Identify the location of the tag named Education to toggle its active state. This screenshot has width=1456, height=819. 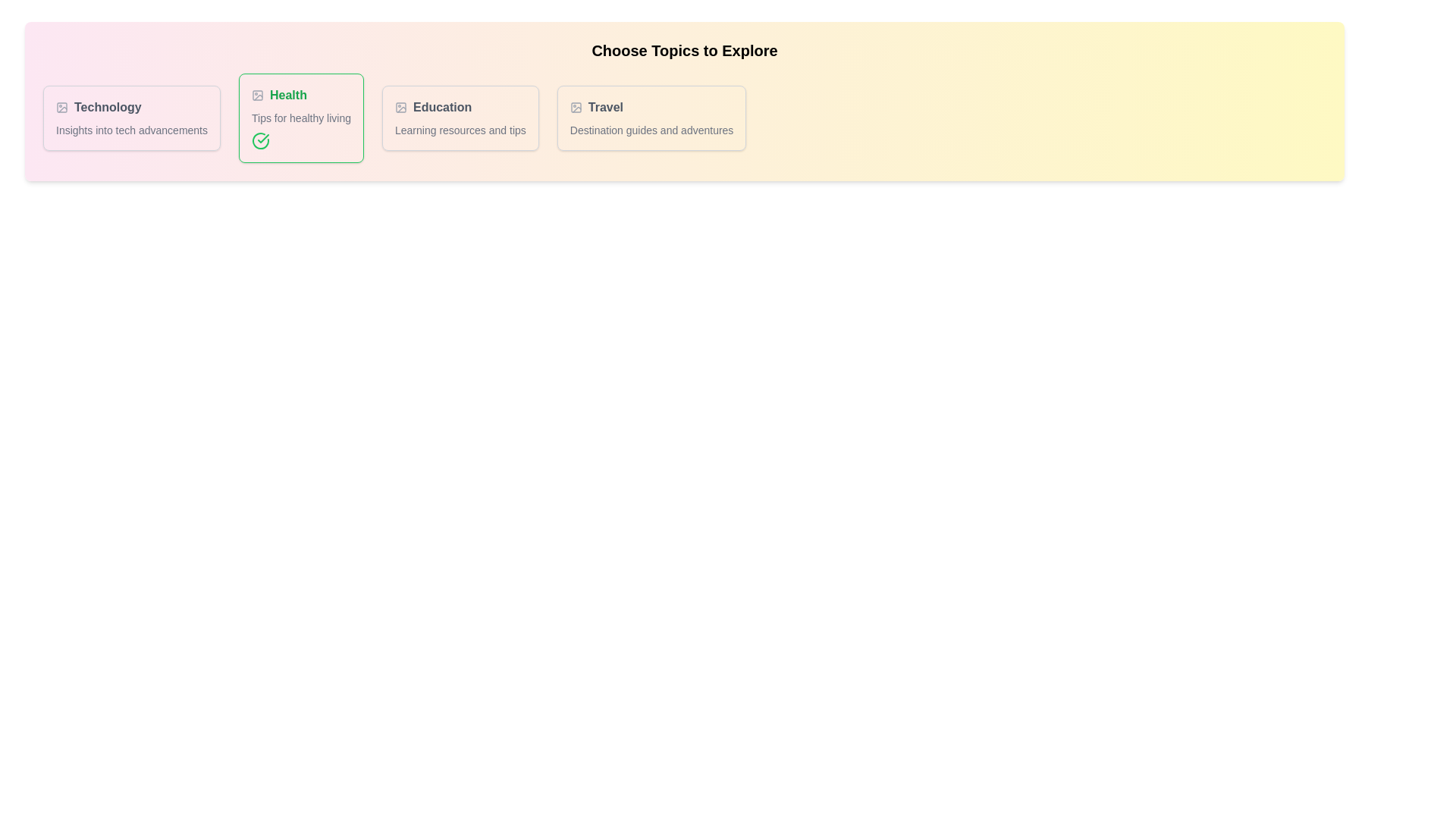
(459, 117).